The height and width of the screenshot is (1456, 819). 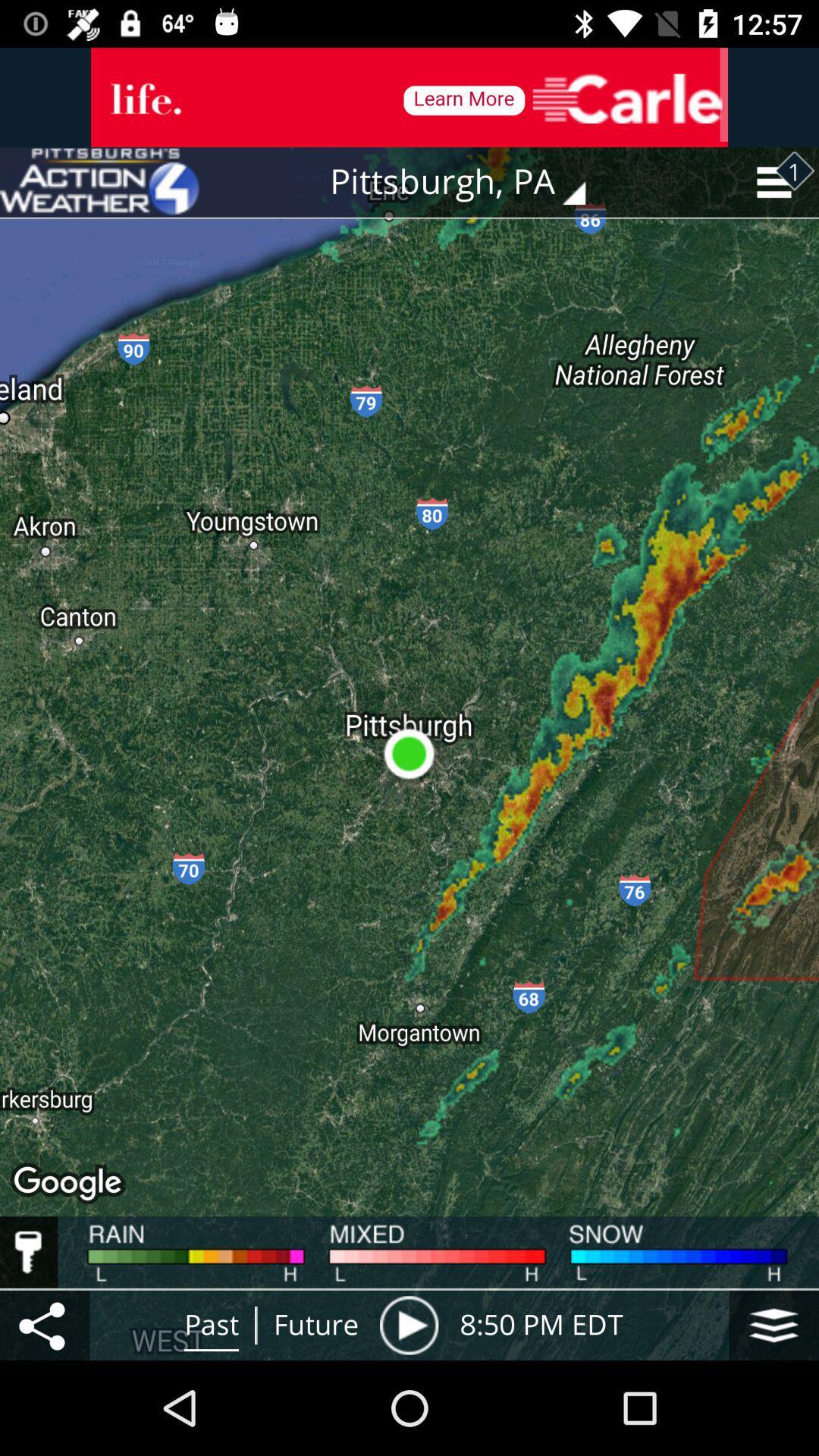 I want to click on open menu, so click(x=44, y=1324).